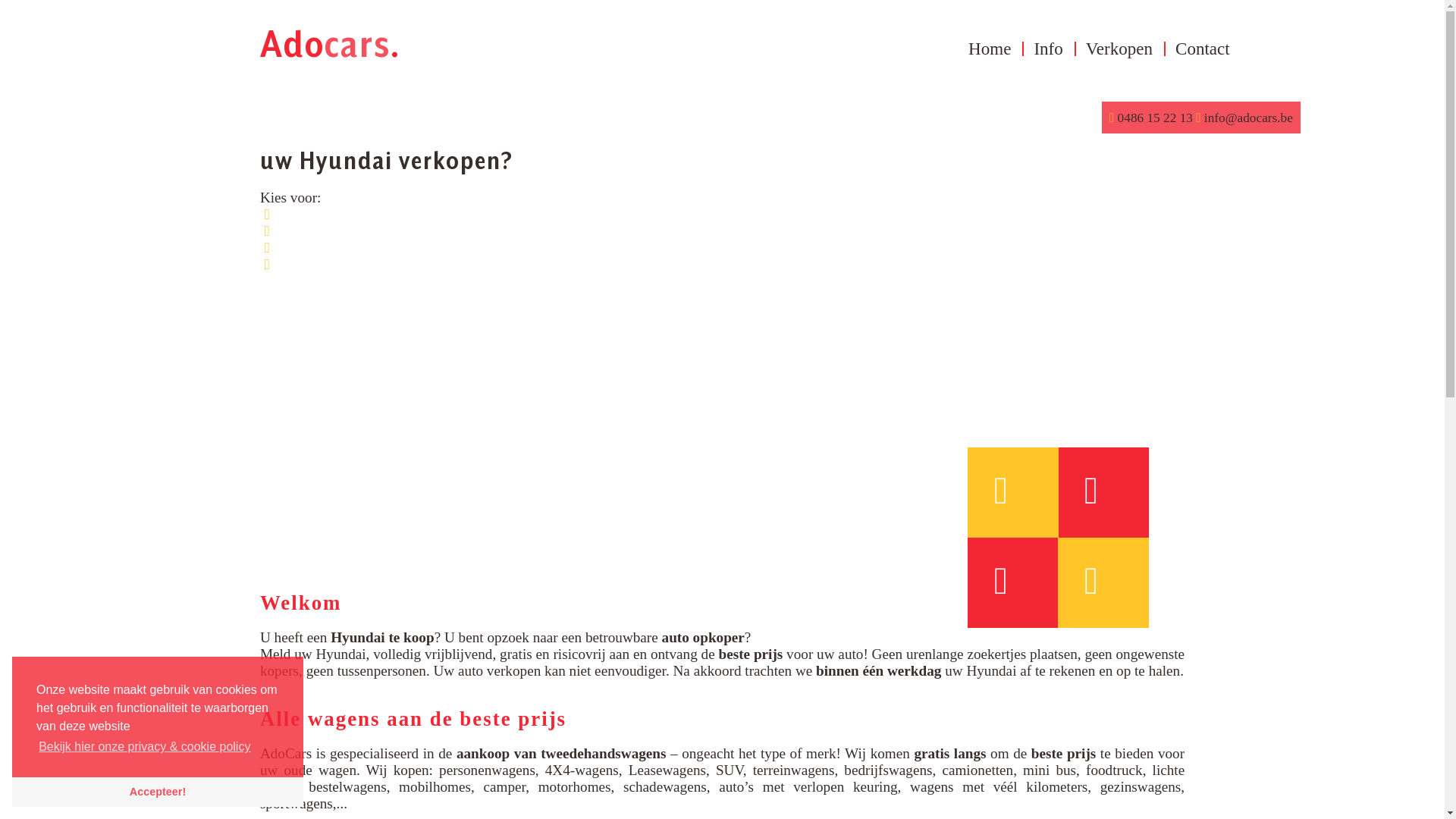 The width and height of the screenshot is (1456, 819). Describe the element at coordinates (721, 778) in the screenshot. I see `'lichte vracht'` at that location.